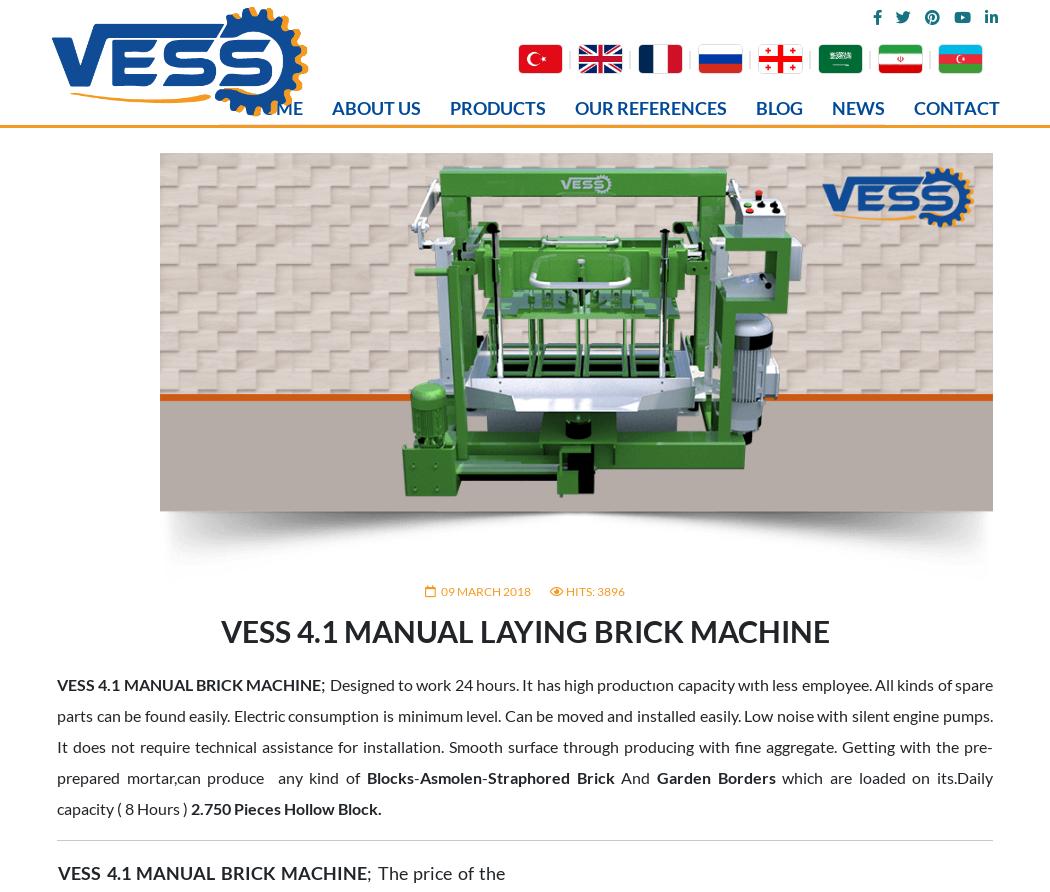  I want to click on 'CLICK FOR CAMPAIGN VESS 4.1 MANUAL BRICK MACHINE', so click(279, 639).